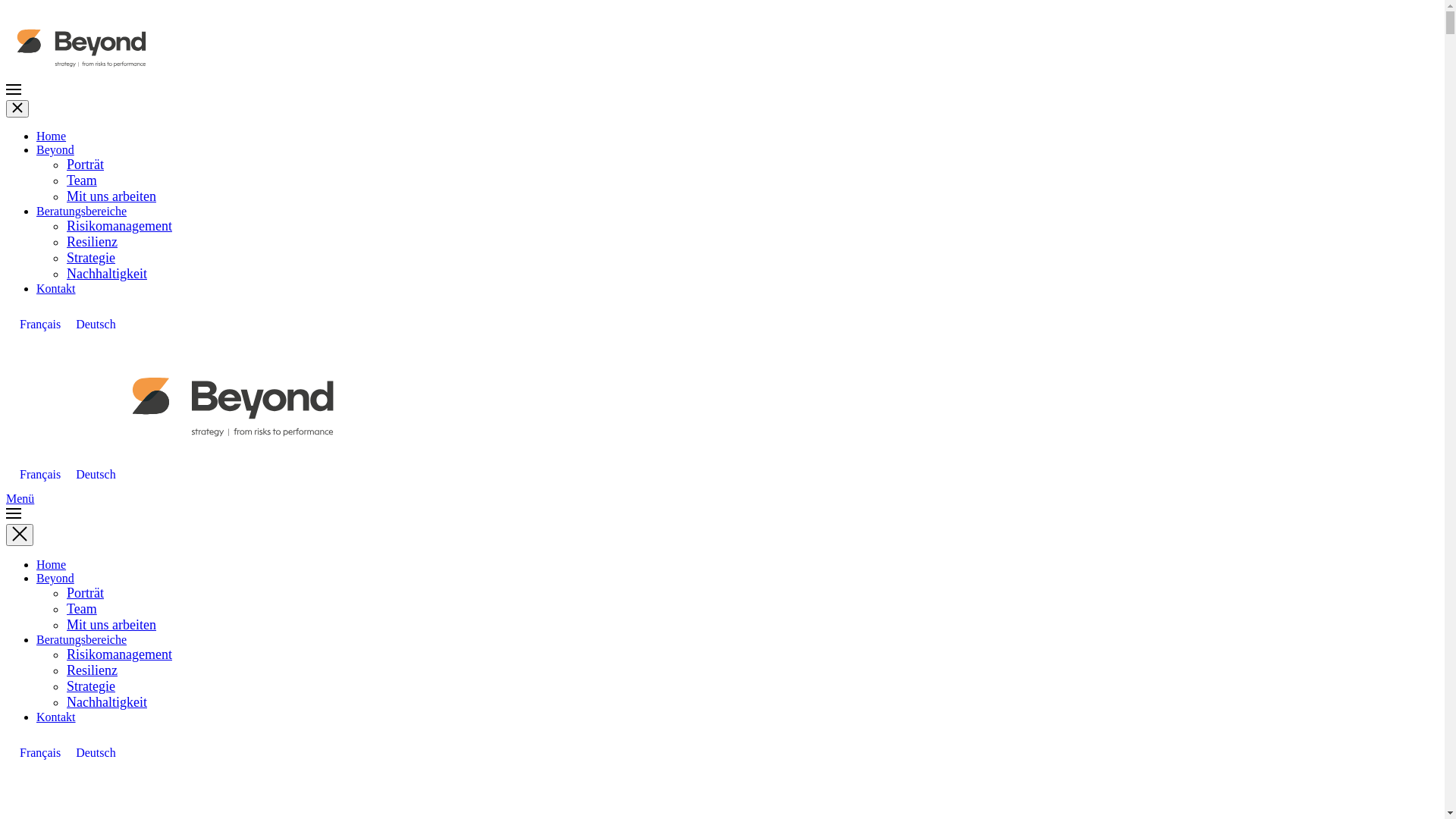 This screenshot has height=819, width=1456. I want to click on 'Beyond', so click(36, 149).